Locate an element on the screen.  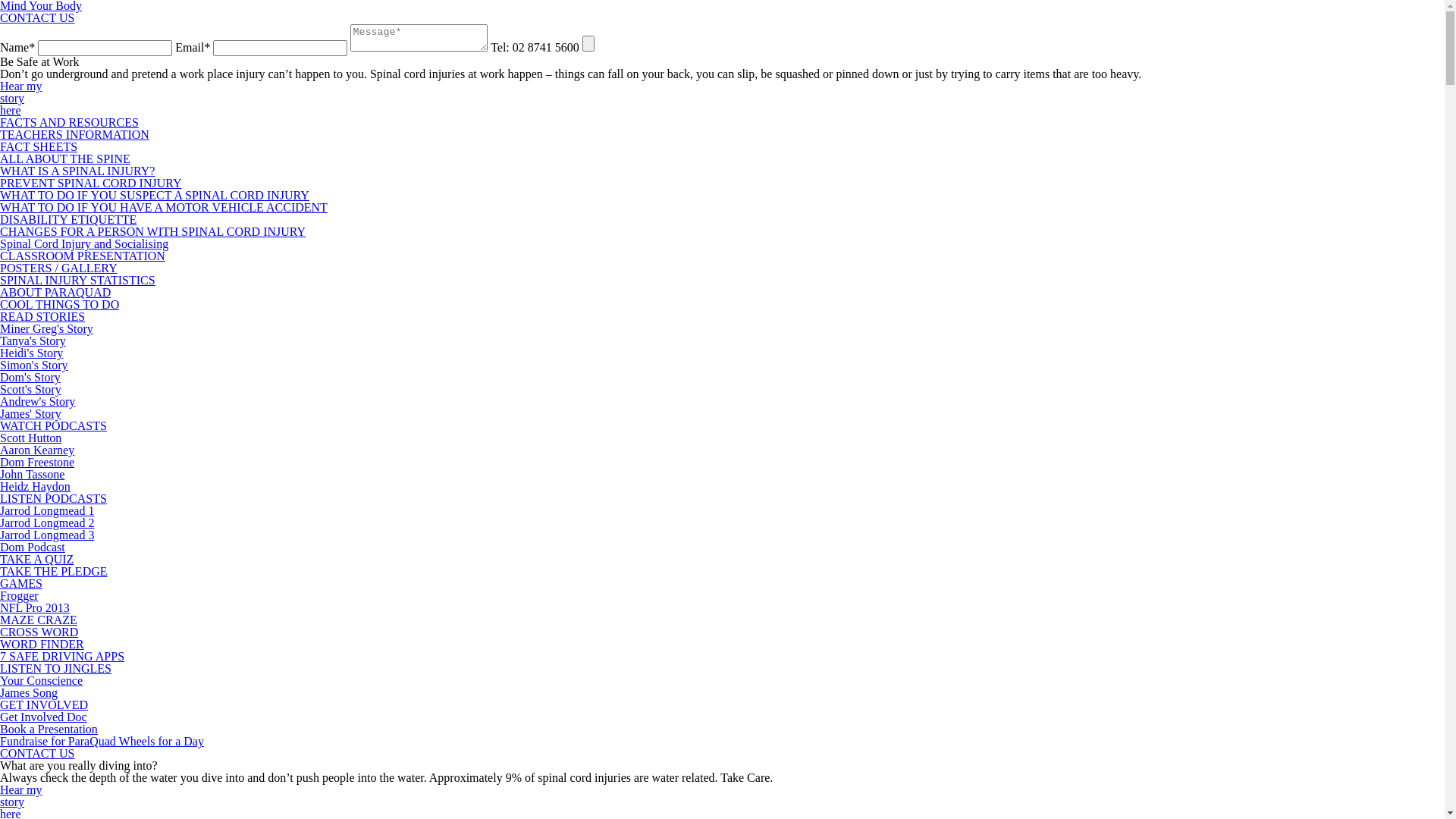
'Scott Hutton' is located at coordinates (30, 438).